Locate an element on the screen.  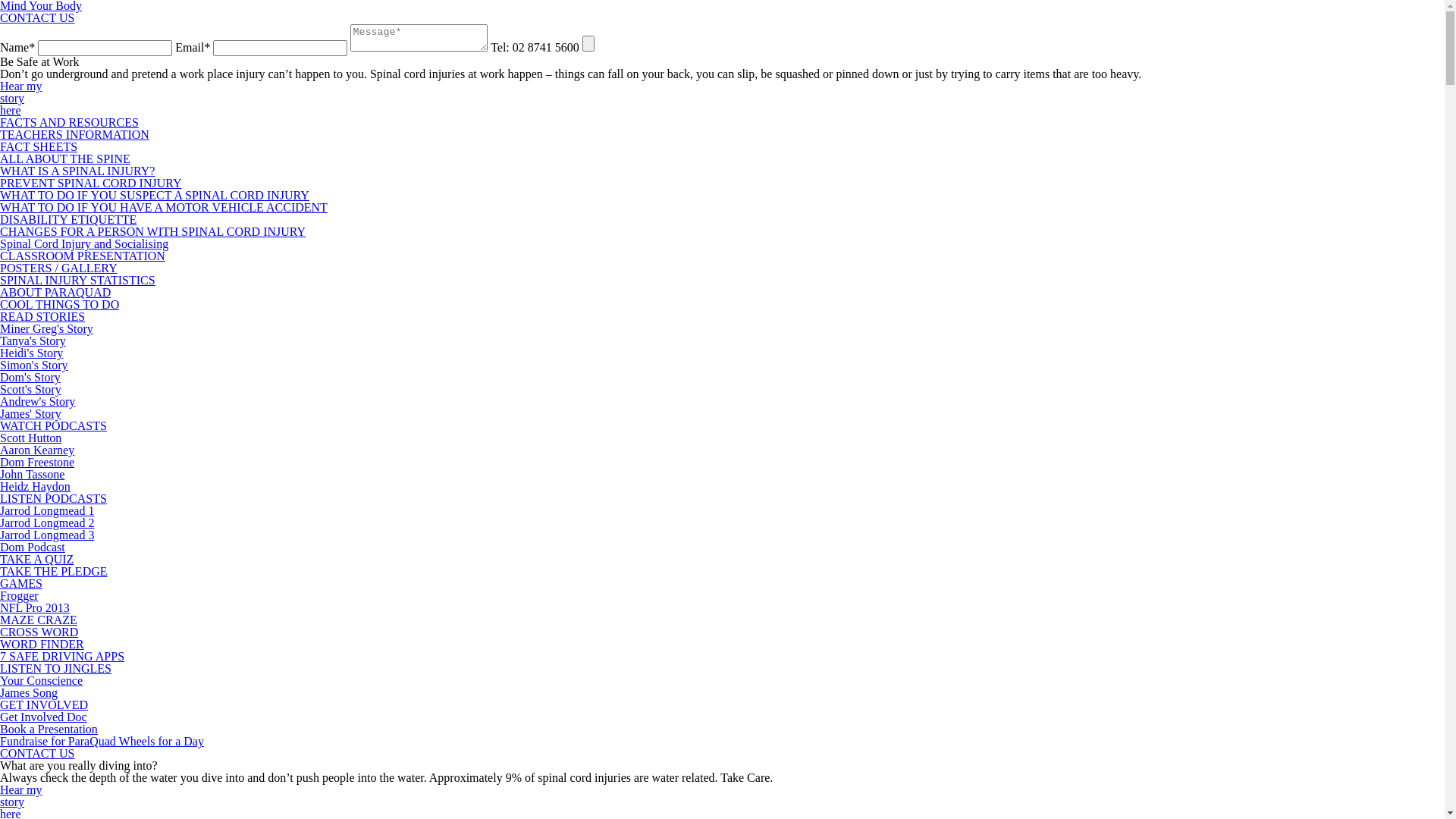
'Scott Hutton' is located at coordinates (30, 438).